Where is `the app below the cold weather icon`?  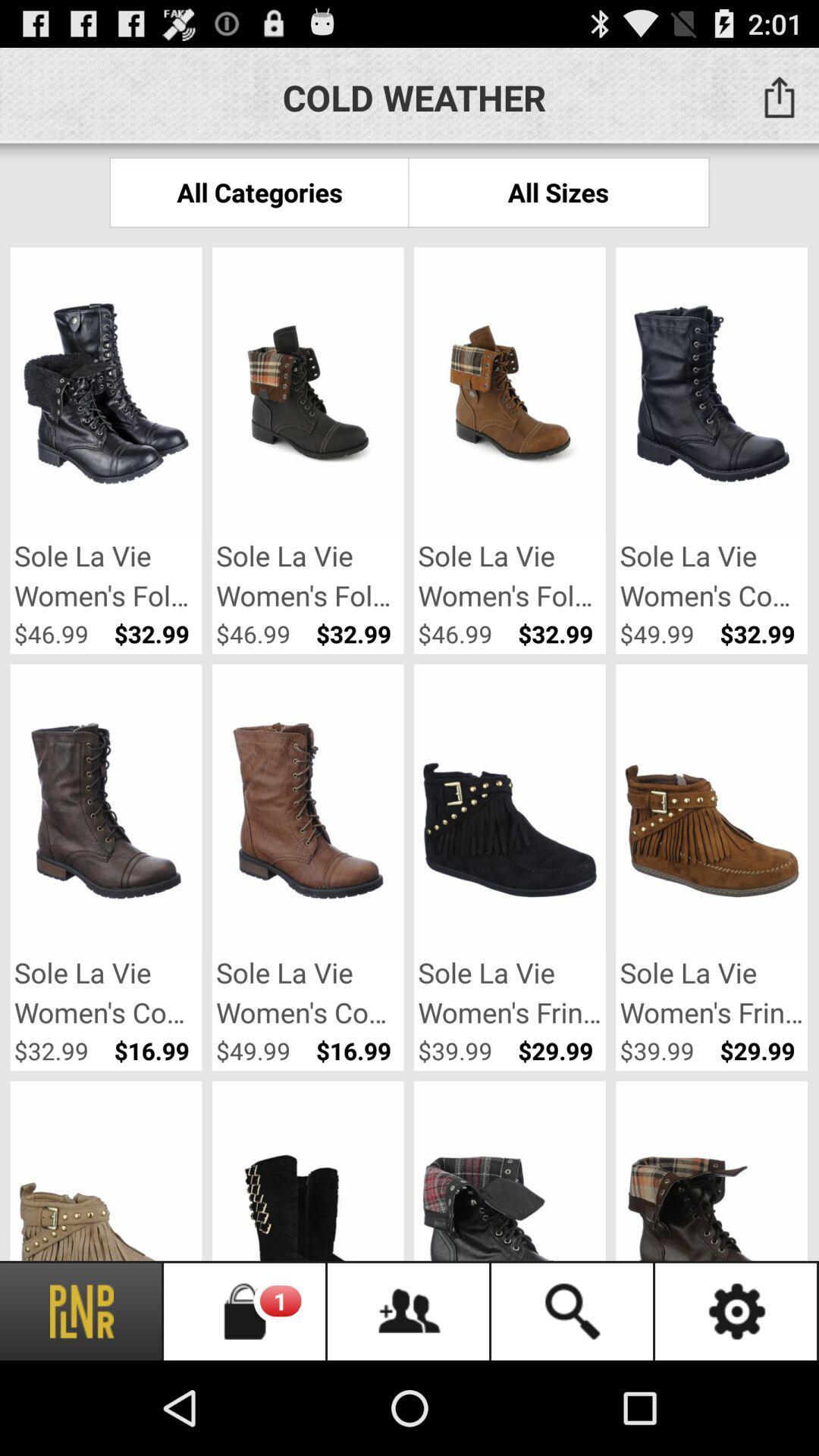
the app below the cold weather icon is located at coordinates (558, 191).